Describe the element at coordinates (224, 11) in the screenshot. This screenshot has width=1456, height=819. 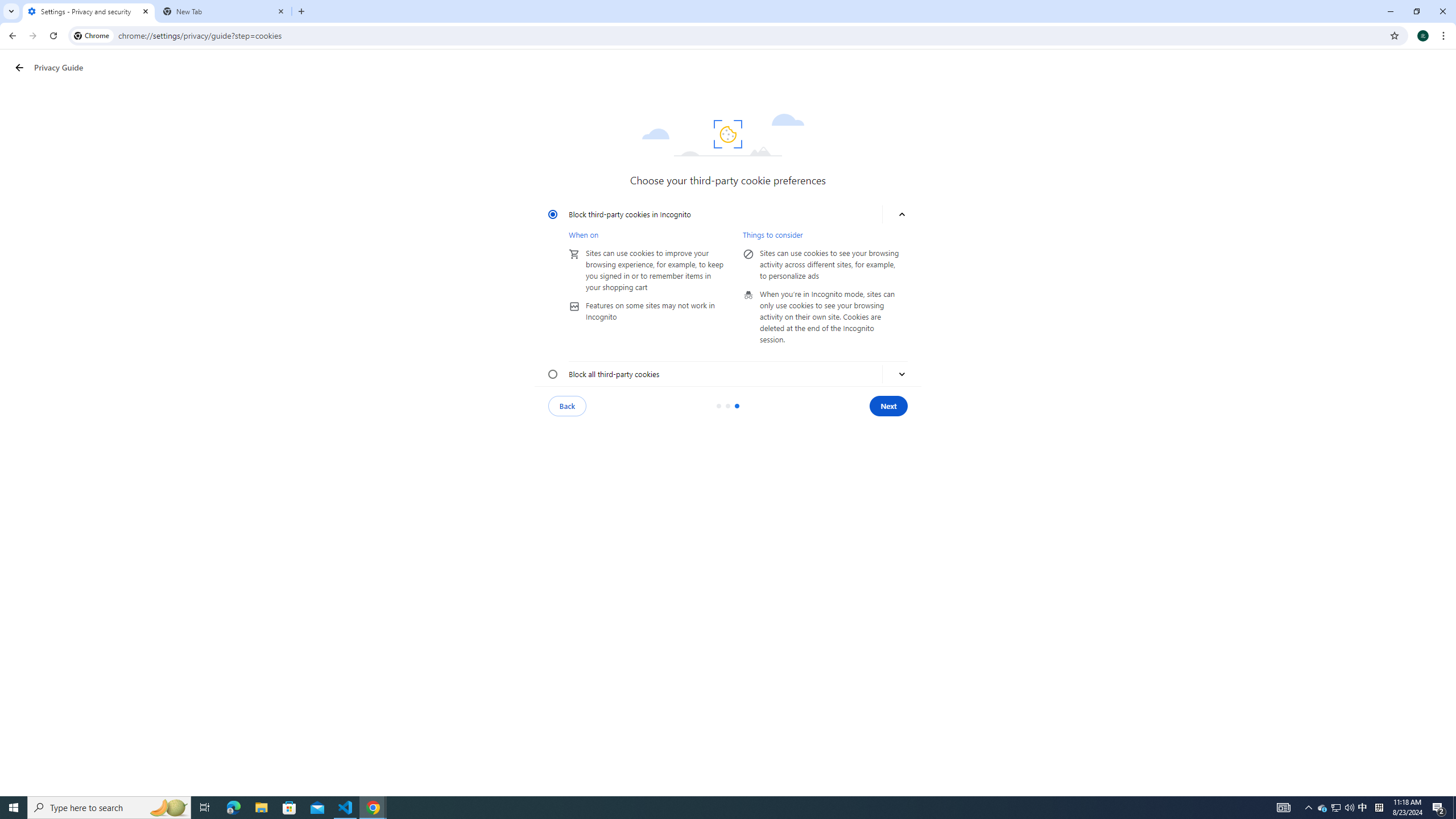
I see `'New Tab'` at that location.